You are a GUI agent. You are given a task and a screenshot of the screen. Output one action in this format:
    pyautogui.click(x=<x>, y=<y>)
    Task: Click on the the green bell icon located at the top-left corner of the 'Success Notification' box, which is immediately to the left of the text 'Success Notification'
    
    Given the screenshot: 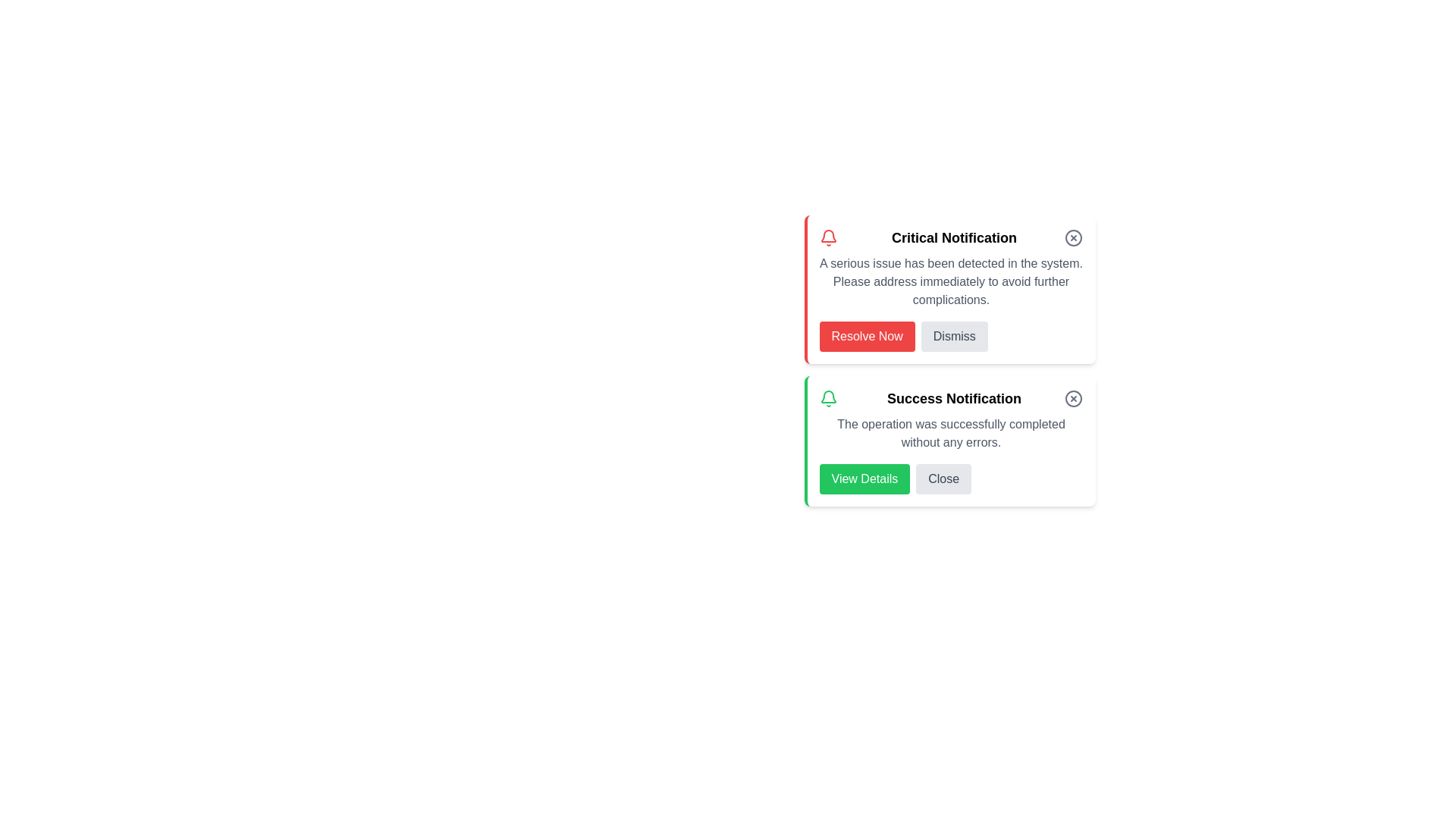 What is the action you would take?
    pyautogui.click(x=827, y=397)
    